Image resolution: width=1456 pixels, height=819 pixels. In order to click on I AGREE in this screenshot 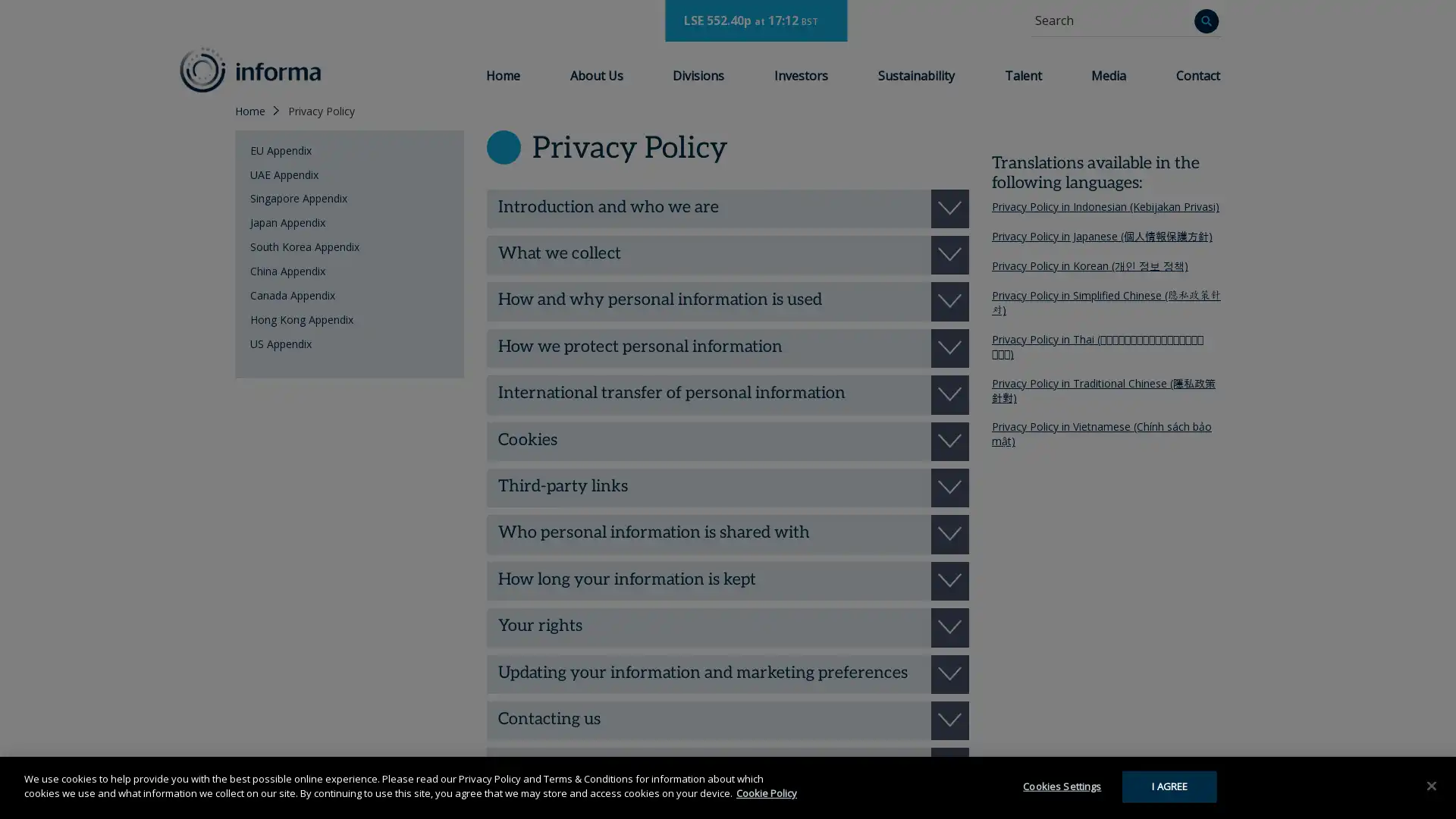, I will do `click(1169, 786)`.